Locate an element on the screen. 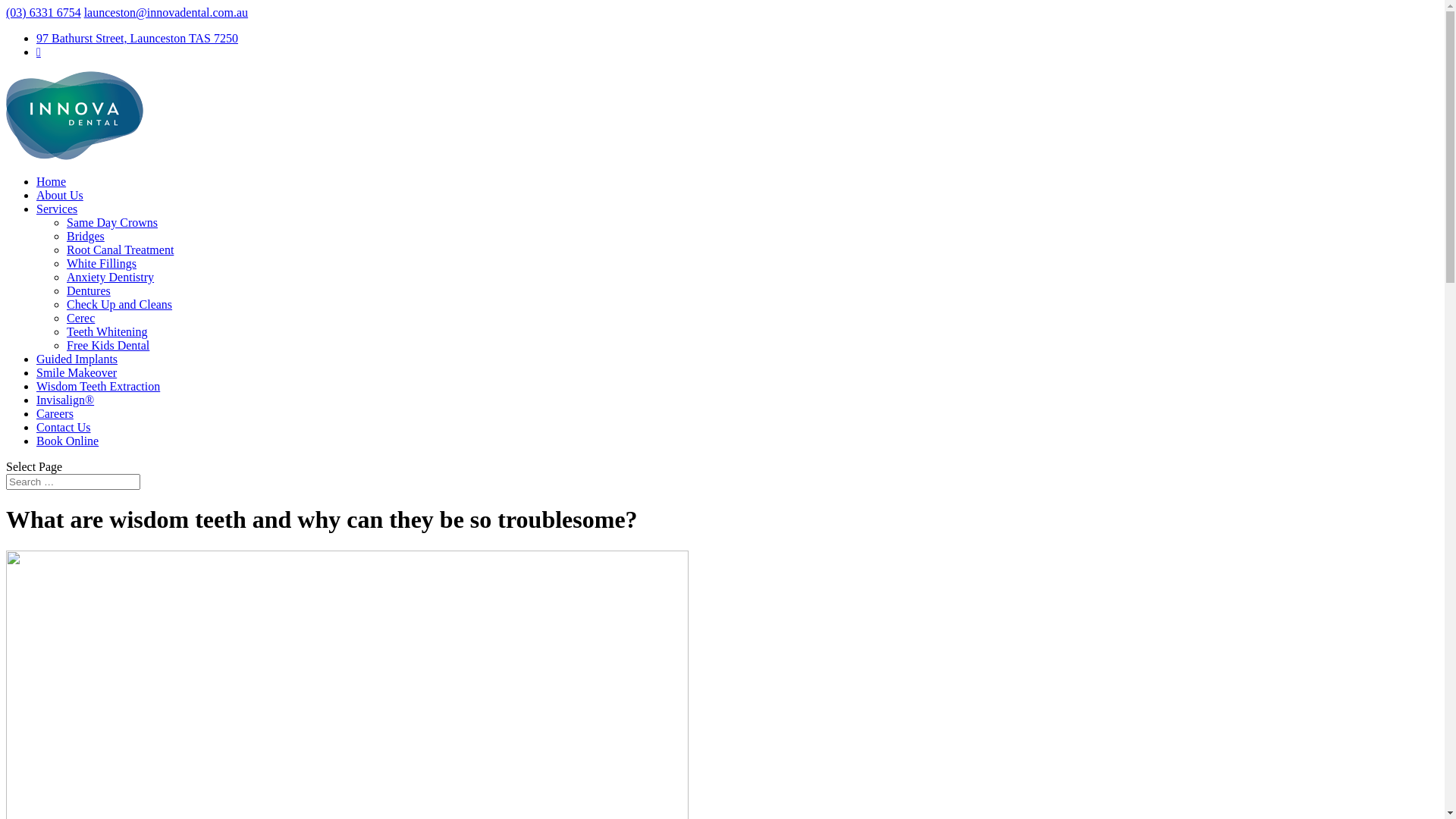 This screenshot has width=1456, height=819. 'Check Up and Cleans' is located at coordinates (118, 304).